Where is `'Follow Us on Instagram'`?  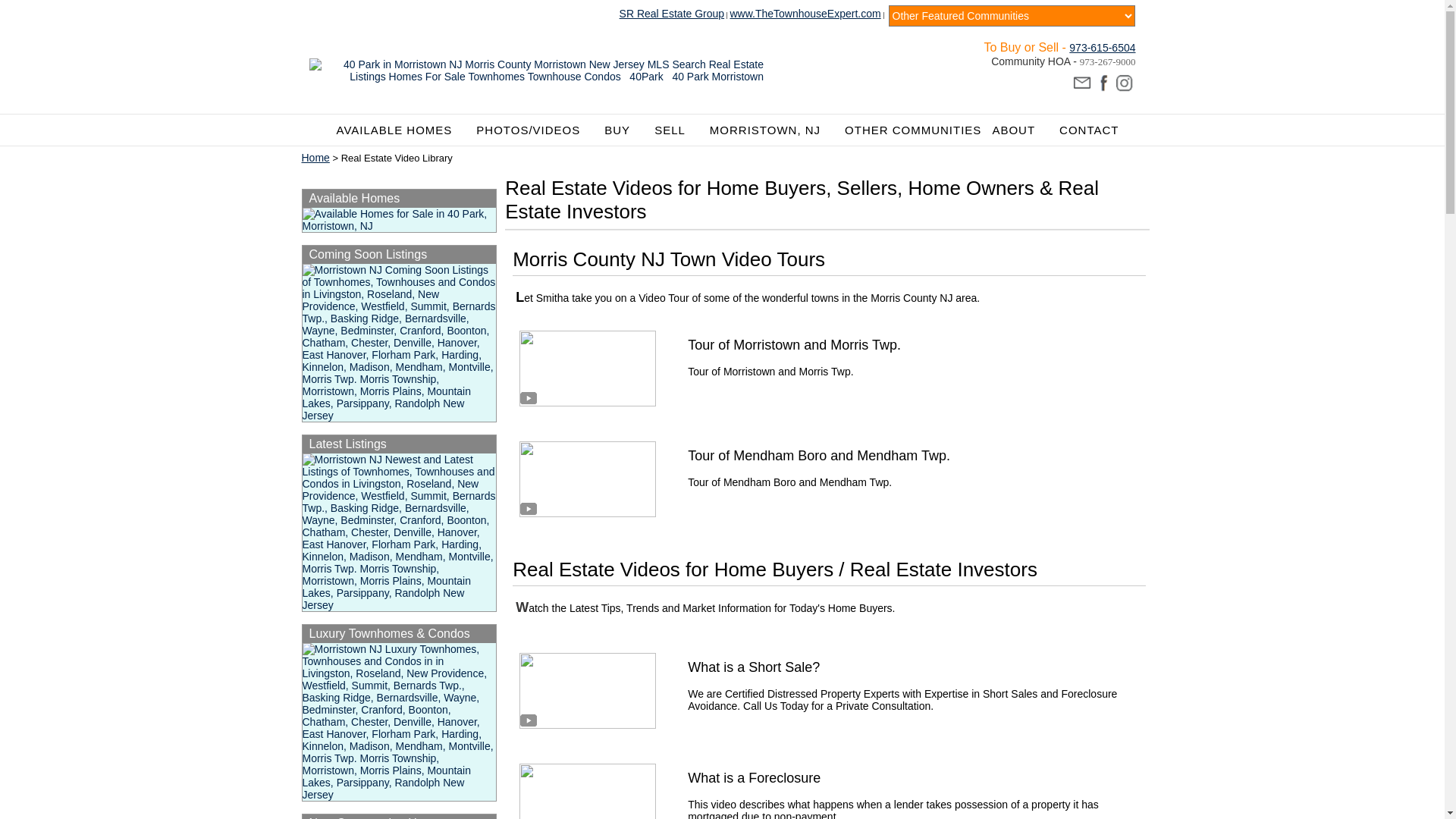
'Follow Us on Instagram' is located at coordinates (1124, 83).